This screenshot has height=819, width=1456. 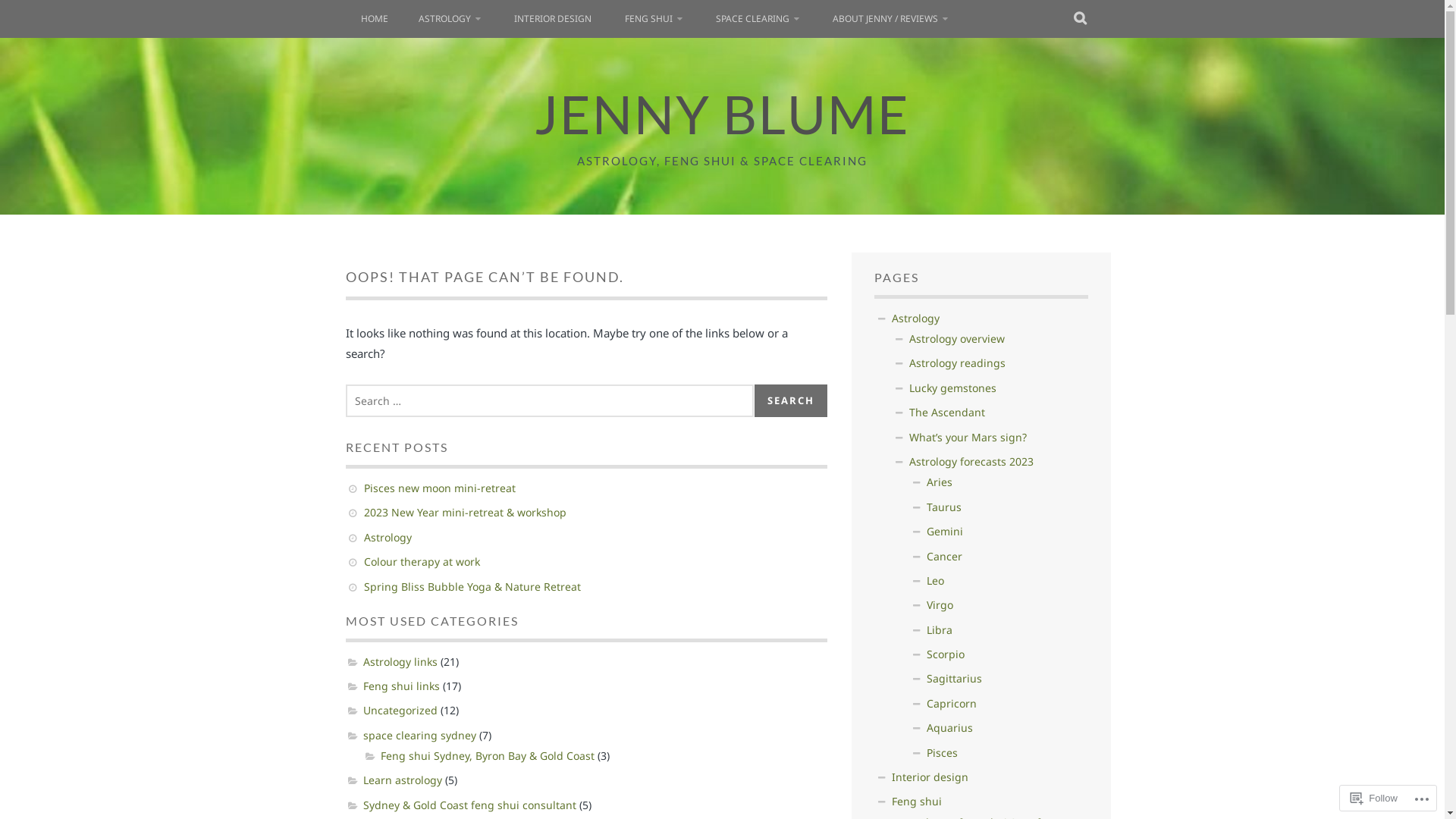 I want to click on 'Virgo', so click(x=939, y=604).